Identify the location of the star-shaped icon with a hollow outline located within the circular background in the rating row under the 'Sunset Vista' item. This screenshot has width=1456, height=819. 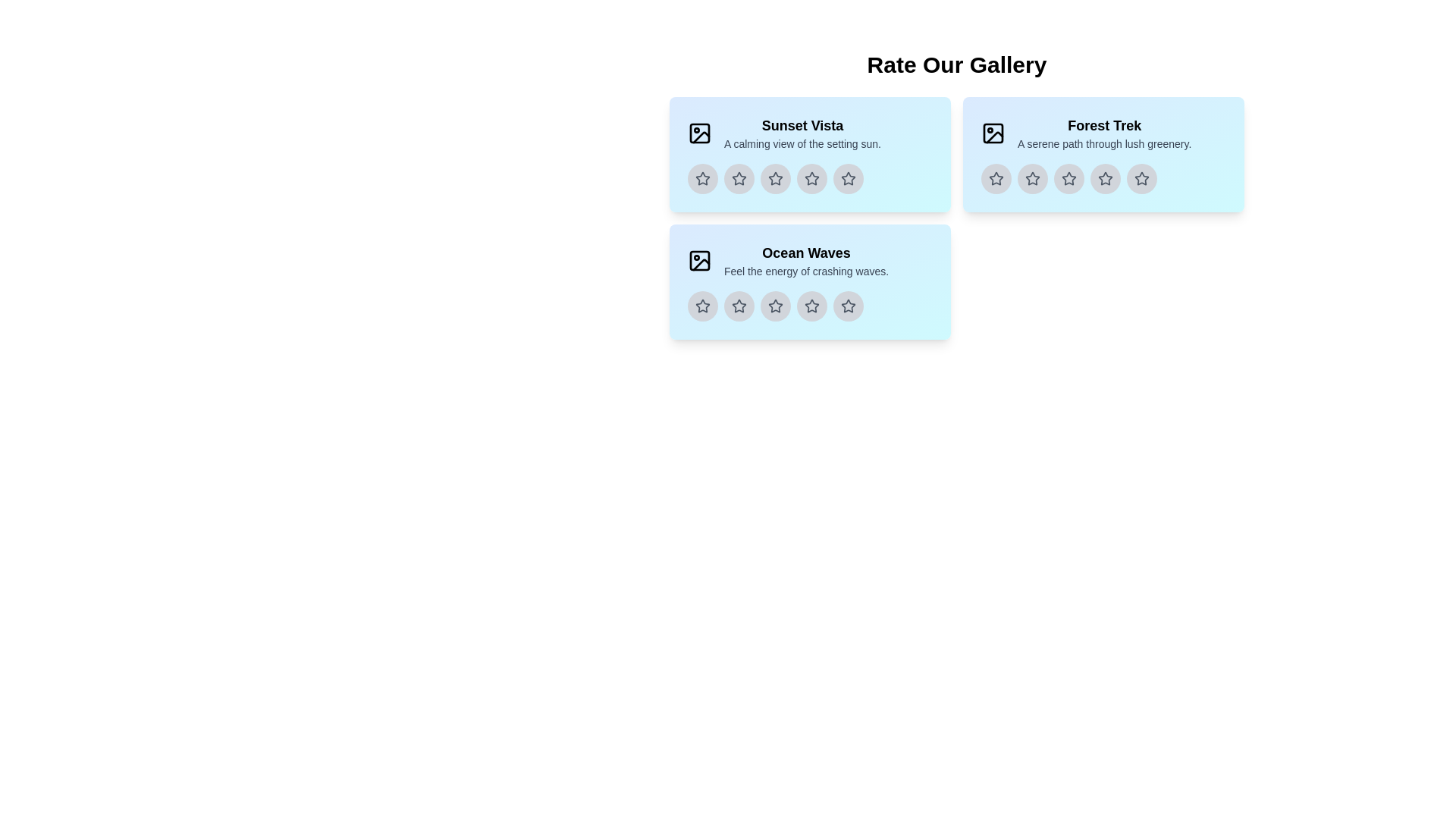
(775, 177).